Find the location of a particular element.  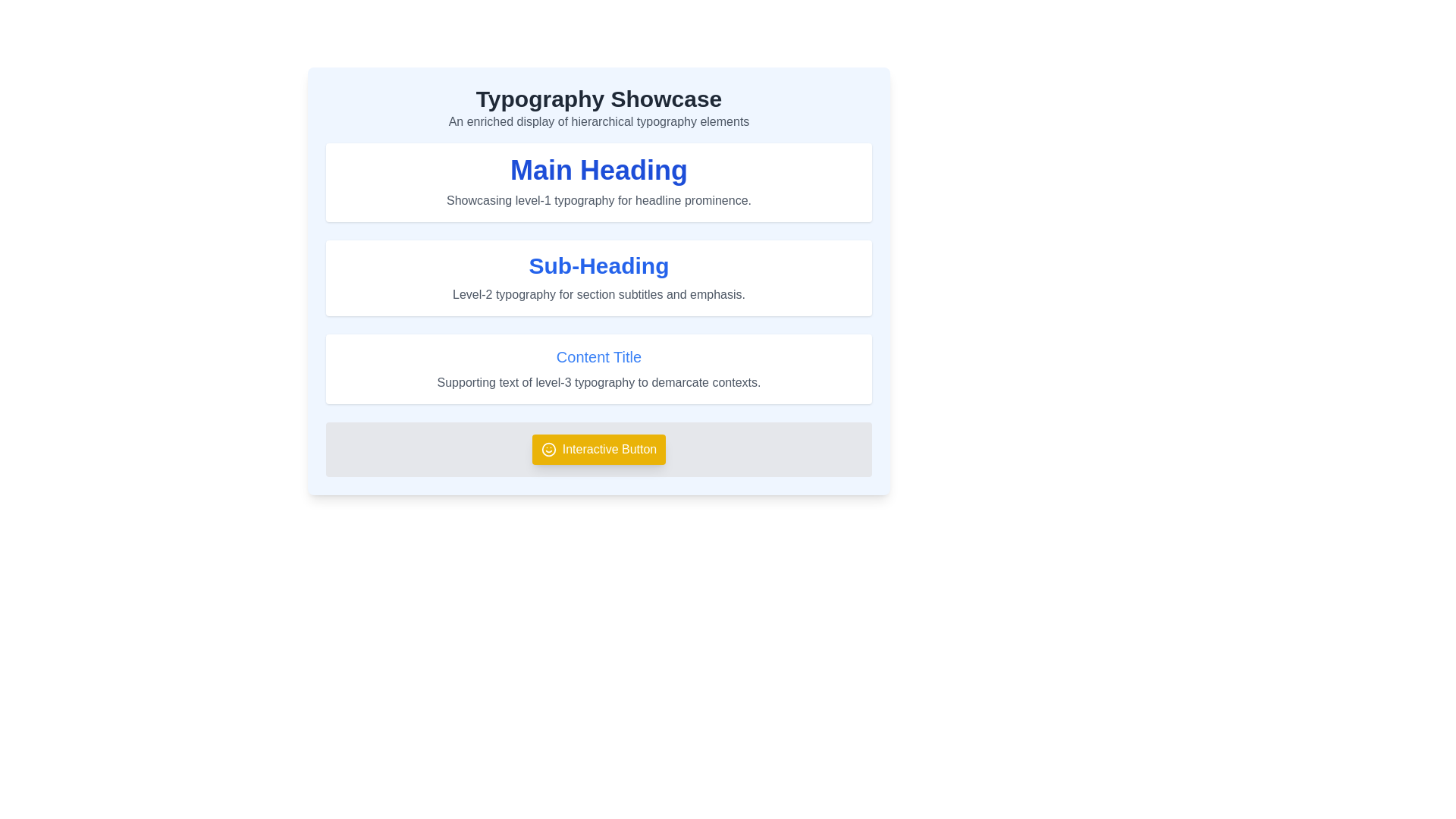

the circular graphical element in the SVG icon located at the bottom section of the interface, associated with the yellow 'Interactive Button' is located at coordinates (548, 449).